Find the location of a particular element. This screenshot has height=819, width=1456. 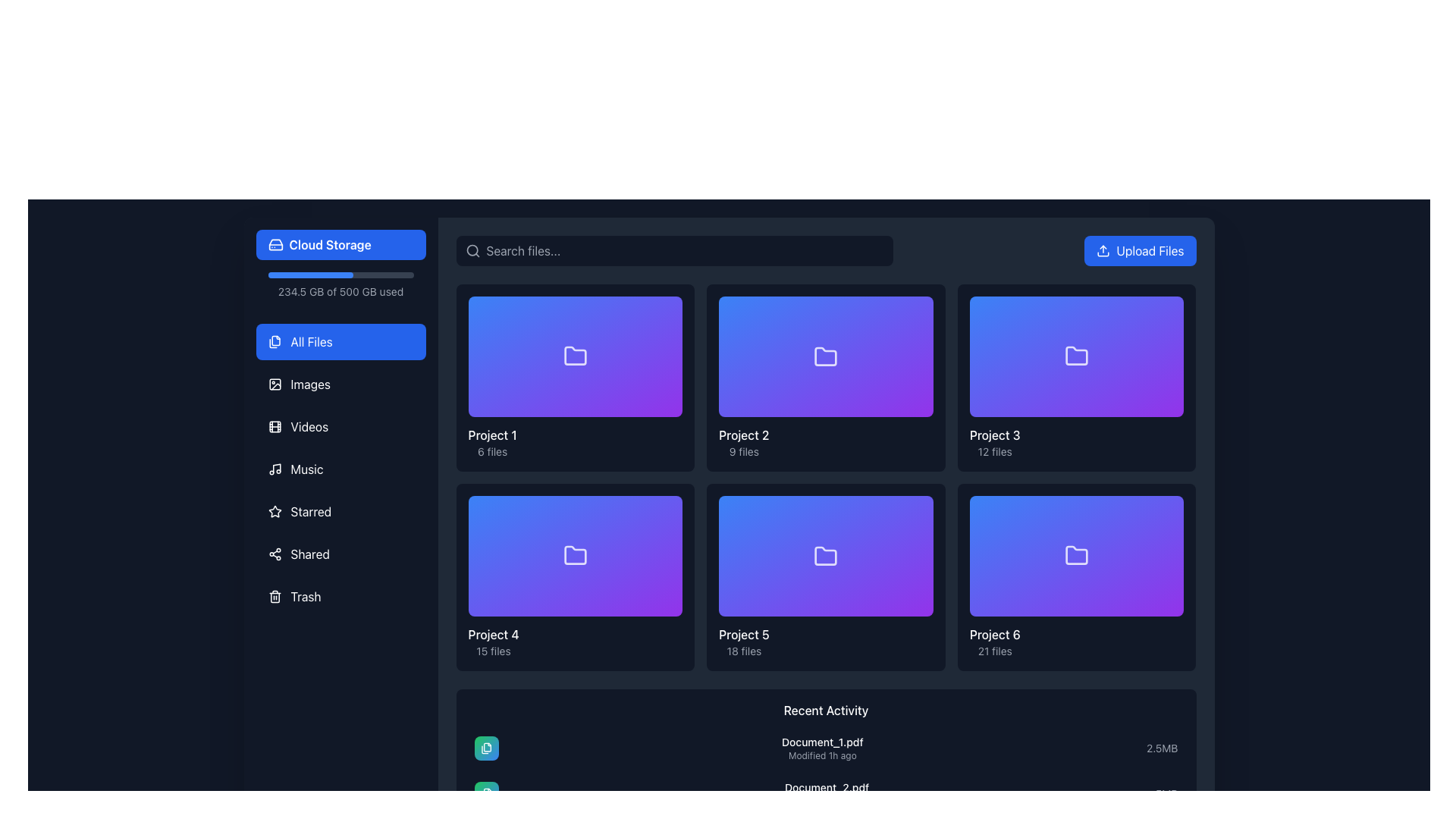

the 'Trash' text label in the vertical navigation menu is located at coordinates (305, 595).